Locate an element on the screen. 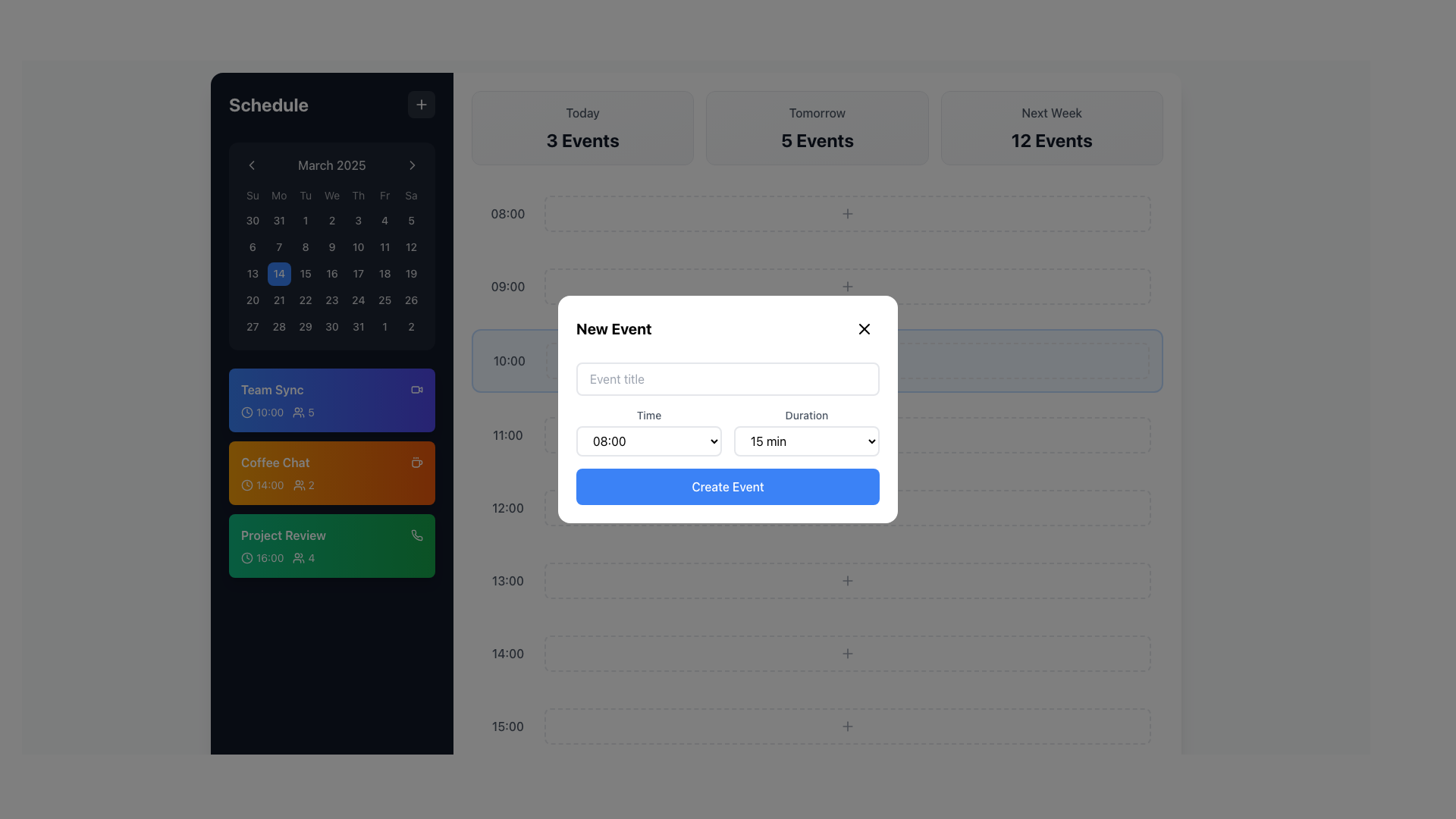 Image resolution: width=1456 pixels, height=819 pixels. the text label 'Th', which is the fifth item in a horizontally arranged grid representing the days of the week, located in the 'March 2025' section of the calendar sidebar is located at coordinates (357, 195).